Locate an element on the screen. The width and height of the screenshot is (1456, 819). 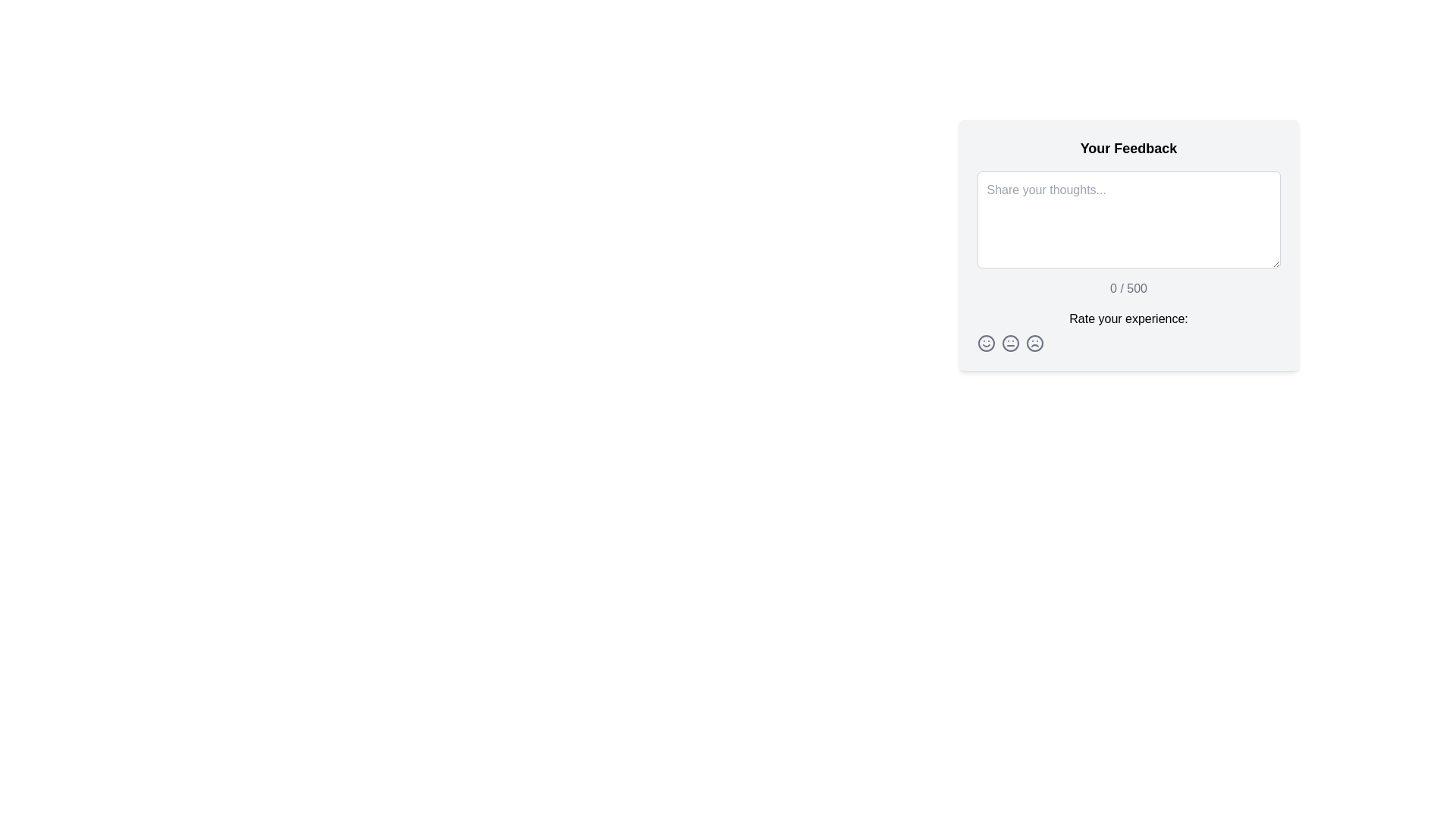
the circular smiley face icon with a gray stroke located in the bottom-left corner of the feedback card is located at coordinates (986, 343).